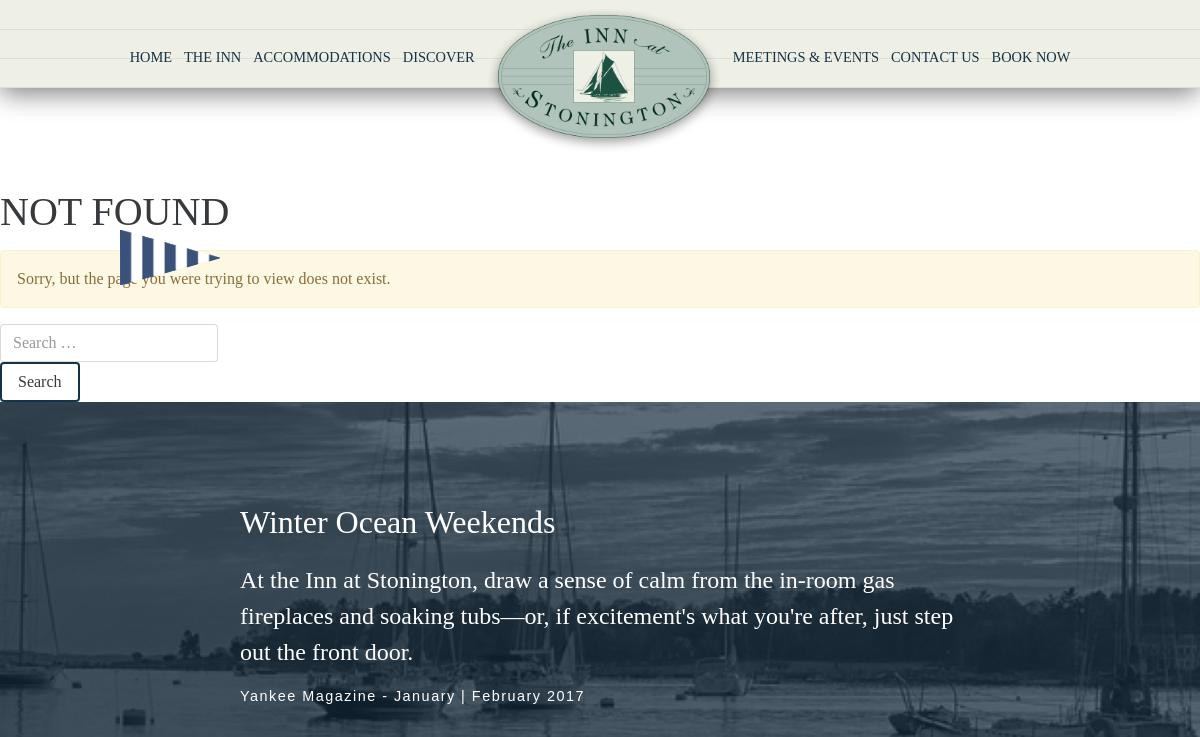  Describe the element at coordinates (595, 615) in the screenshot. I see `'At the Inn at Stonington, draw a sense of calm from the in-room gas fireplaces and soaking tubs—or, if excitement's what you're after, just step out the front door.'` at that location.